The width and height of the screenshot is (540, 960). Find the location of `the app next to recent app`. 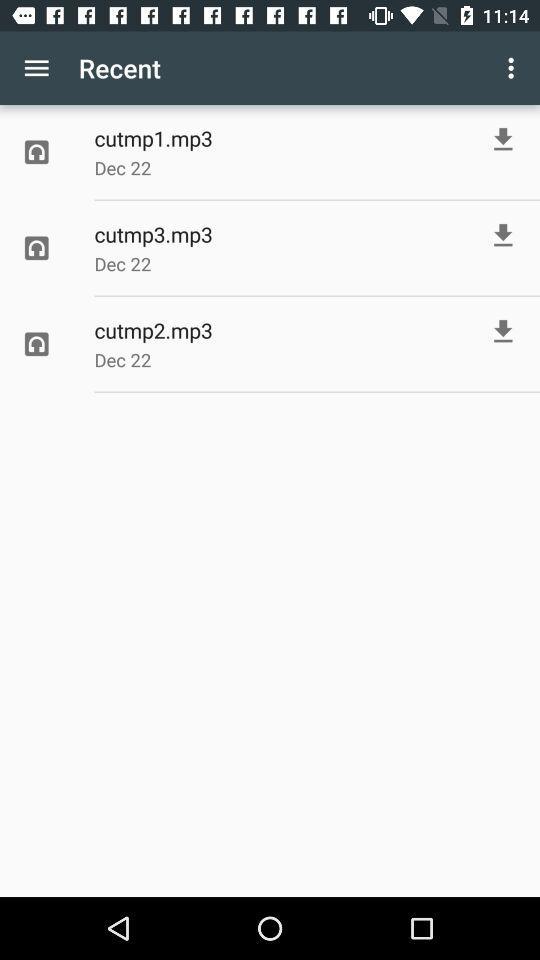

the app next to recent app is located at coordinates (513, 68).